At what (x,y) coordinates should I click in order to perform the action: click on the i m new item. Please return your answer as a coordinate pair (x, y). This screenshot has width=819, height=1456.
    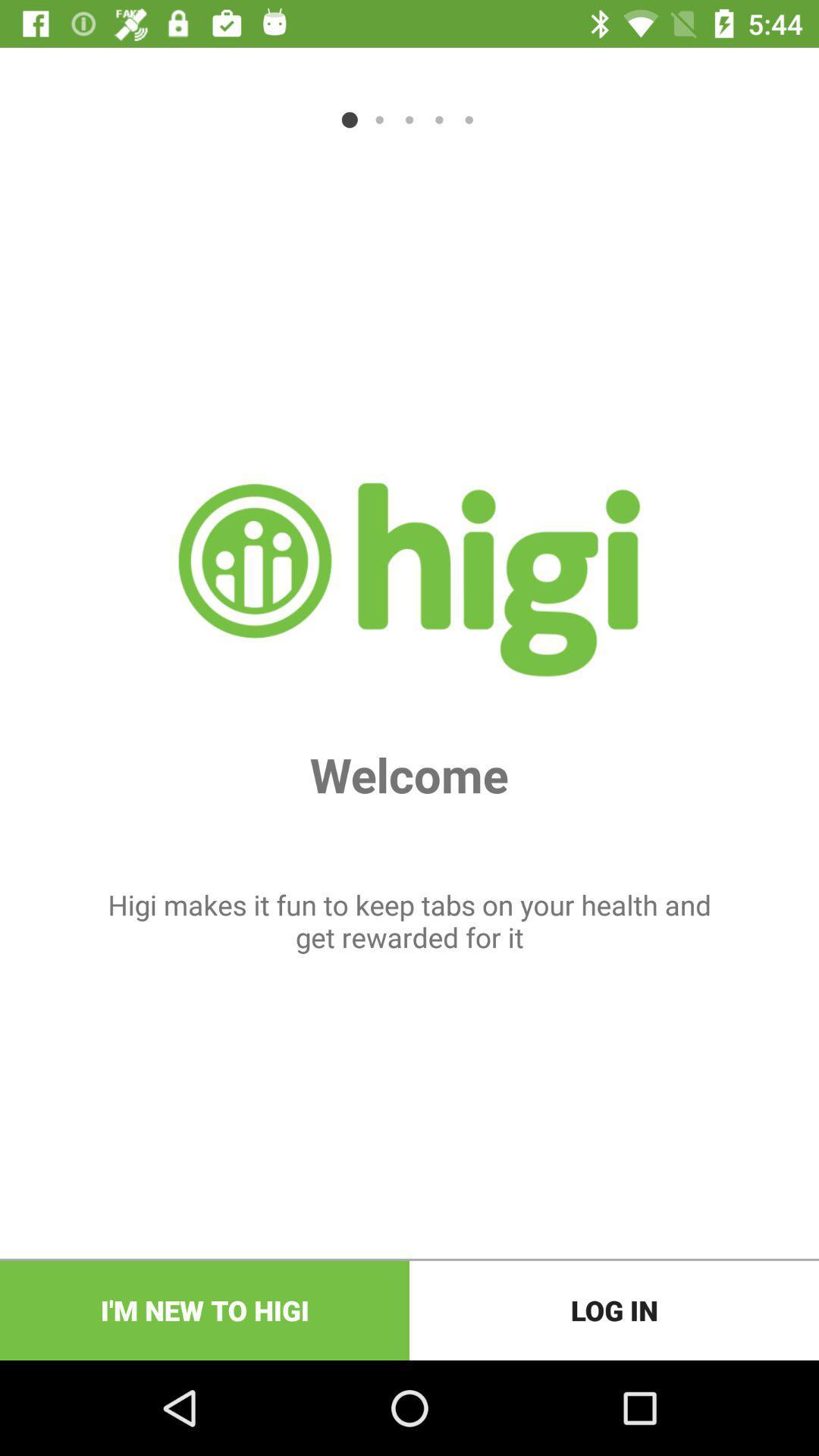
    Looking at the image, I should click on (205, 1310).